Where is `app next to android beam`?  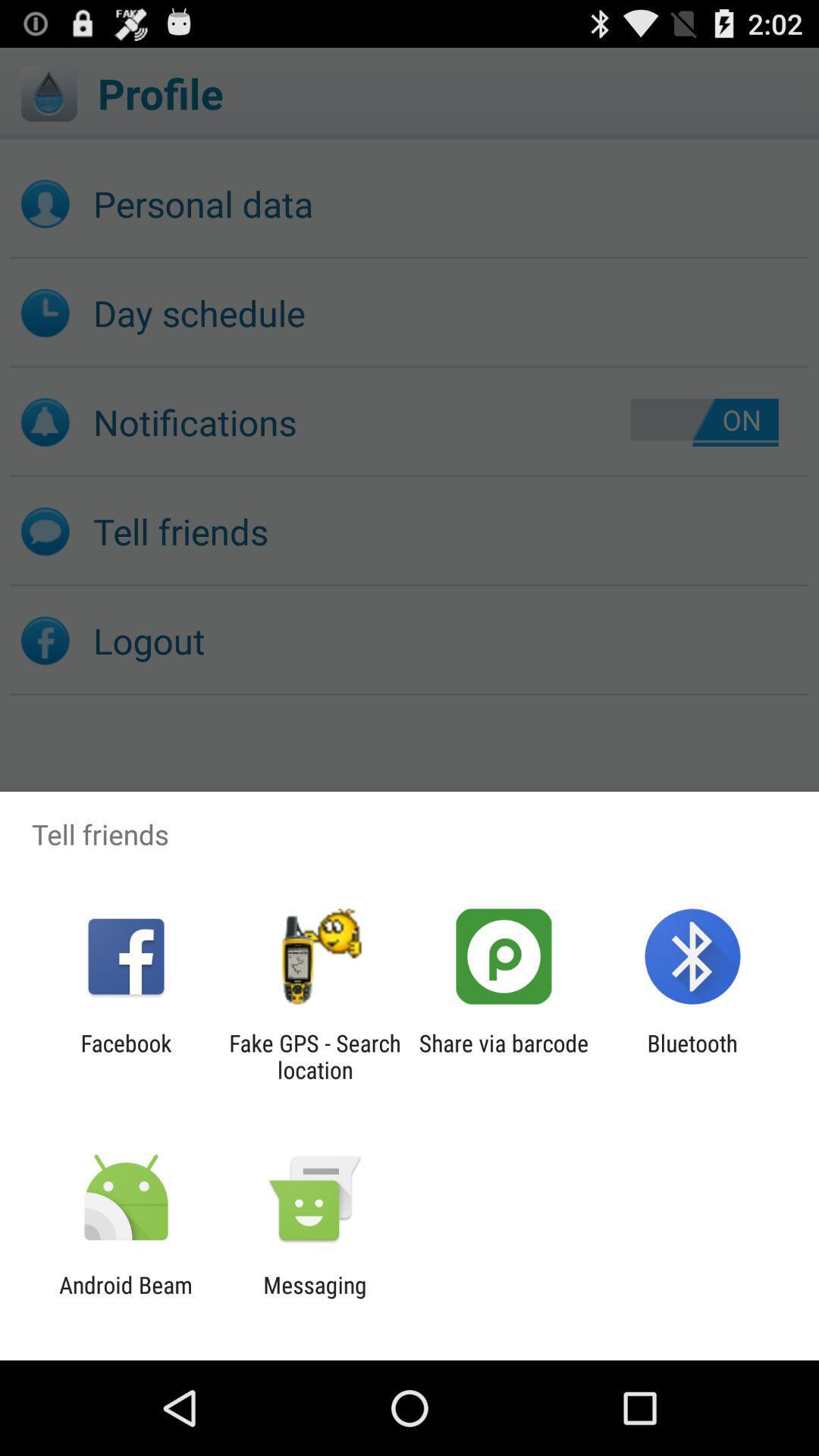
app next to android beam is located at coordinates (314, 1298).